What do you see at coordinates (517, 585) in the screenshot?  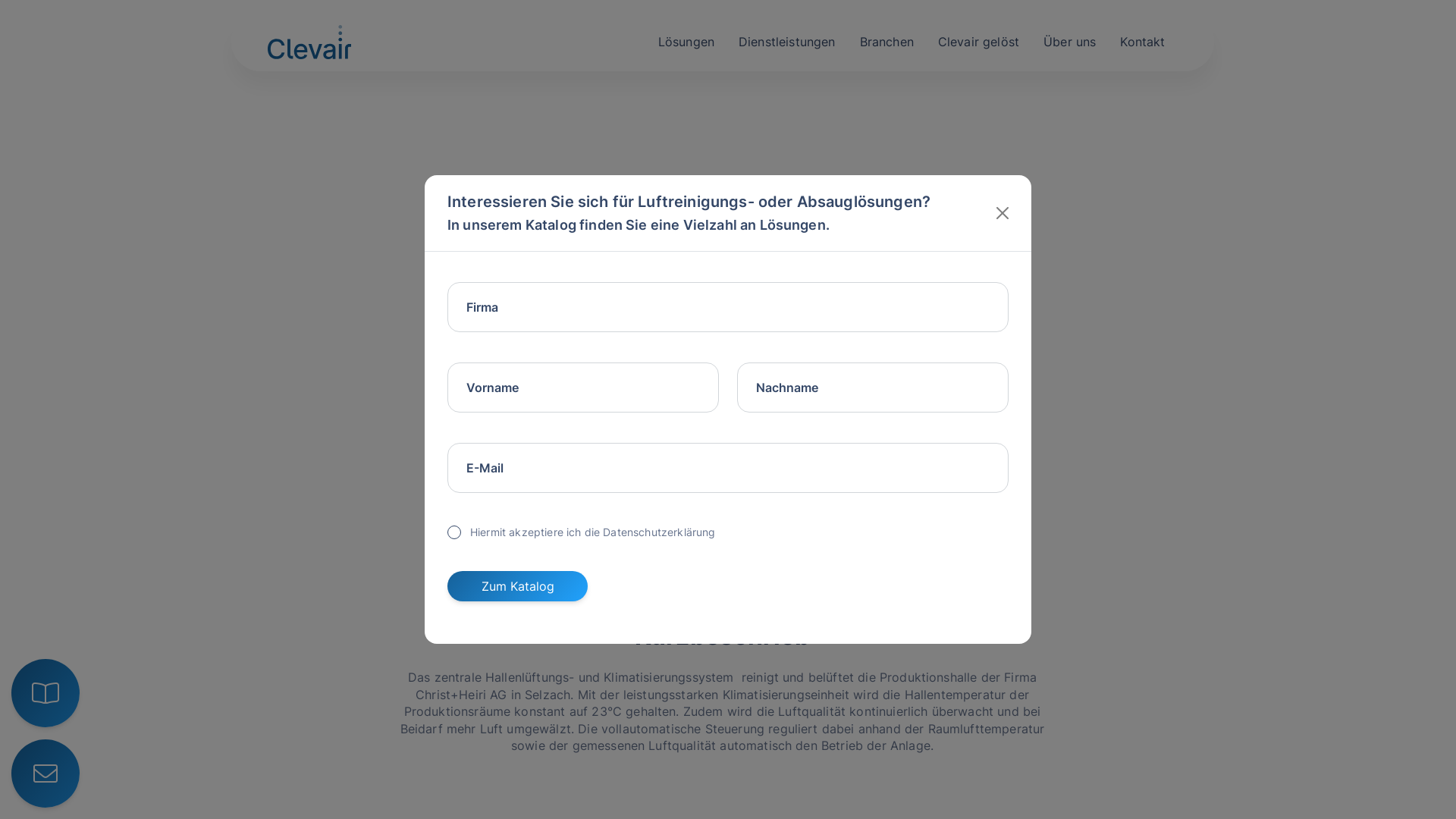 I see `'Zum Katalog'` at bounding box center [517, 585].